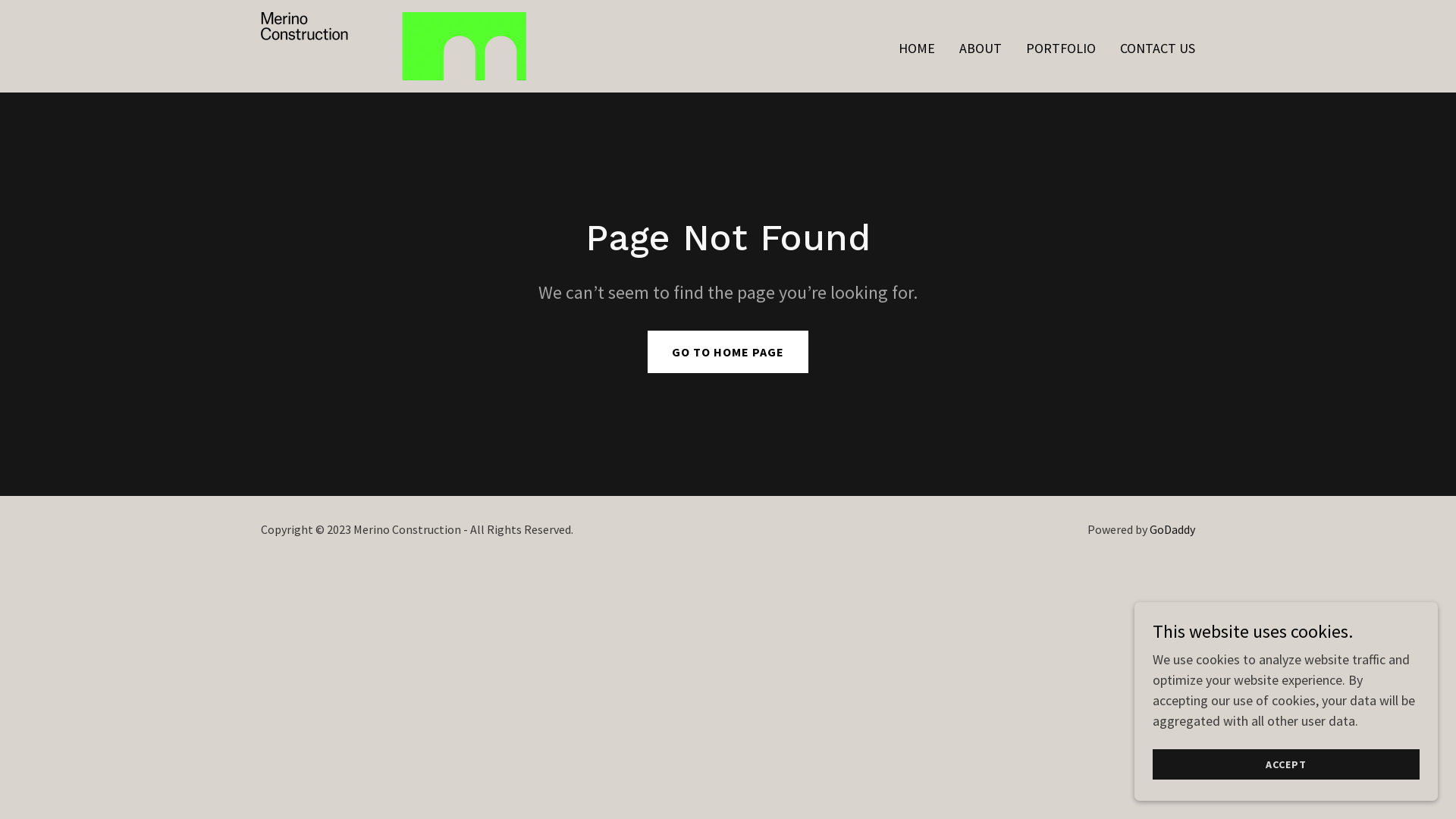 The width and height of the screenshot is (1456, 819). What do you see at coordinates (393, 43) in the screenshot?
I see `'Merino Construction'` at bounding box center [393, 43].